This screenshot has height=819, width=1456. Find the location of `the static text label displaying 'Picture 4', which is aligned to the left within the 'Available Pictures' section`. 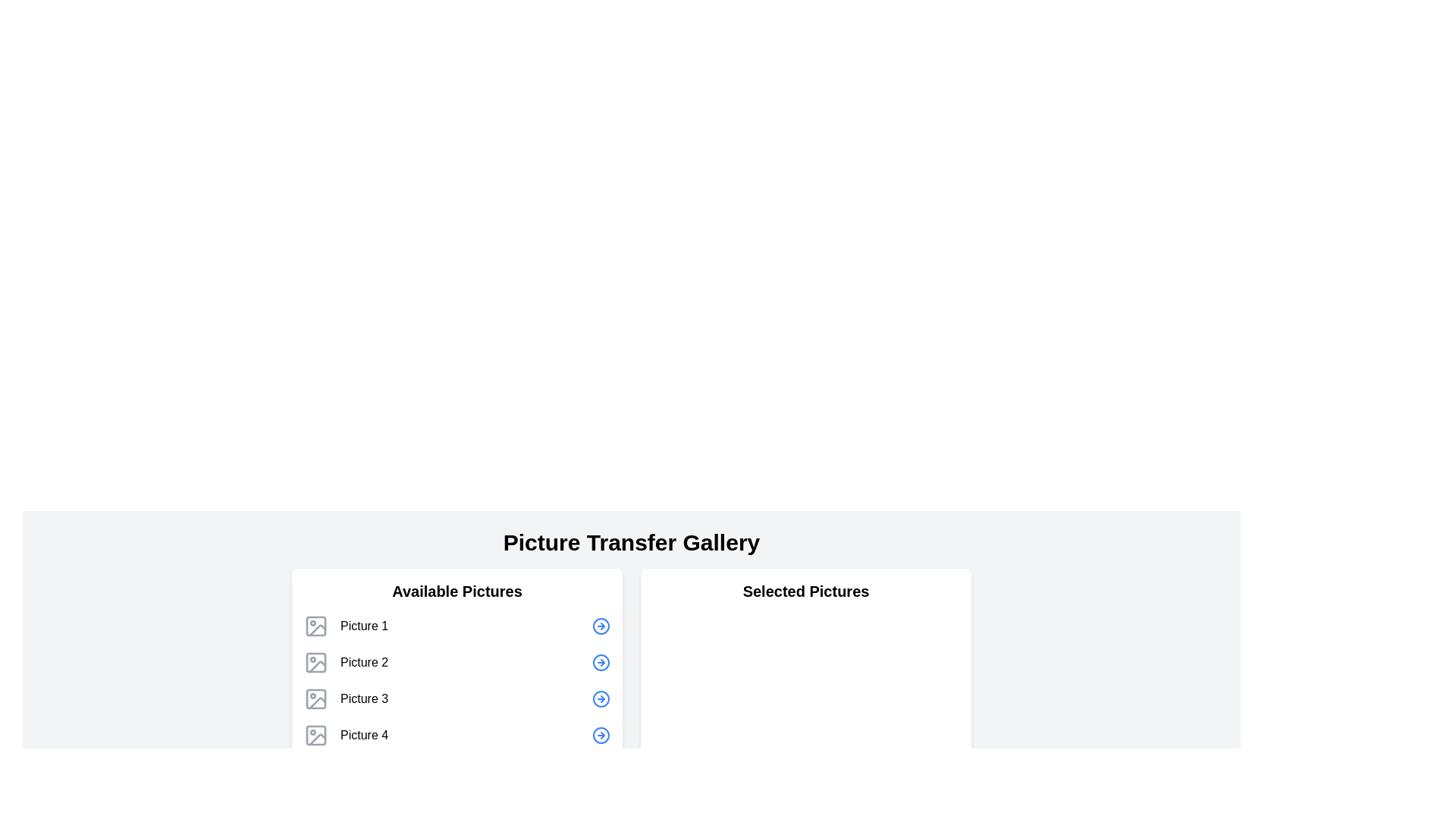

the static text label displaying 'Picture 4', which is aligned to the left within the 'Available Pictures' section is located at coordinates (364, 734).